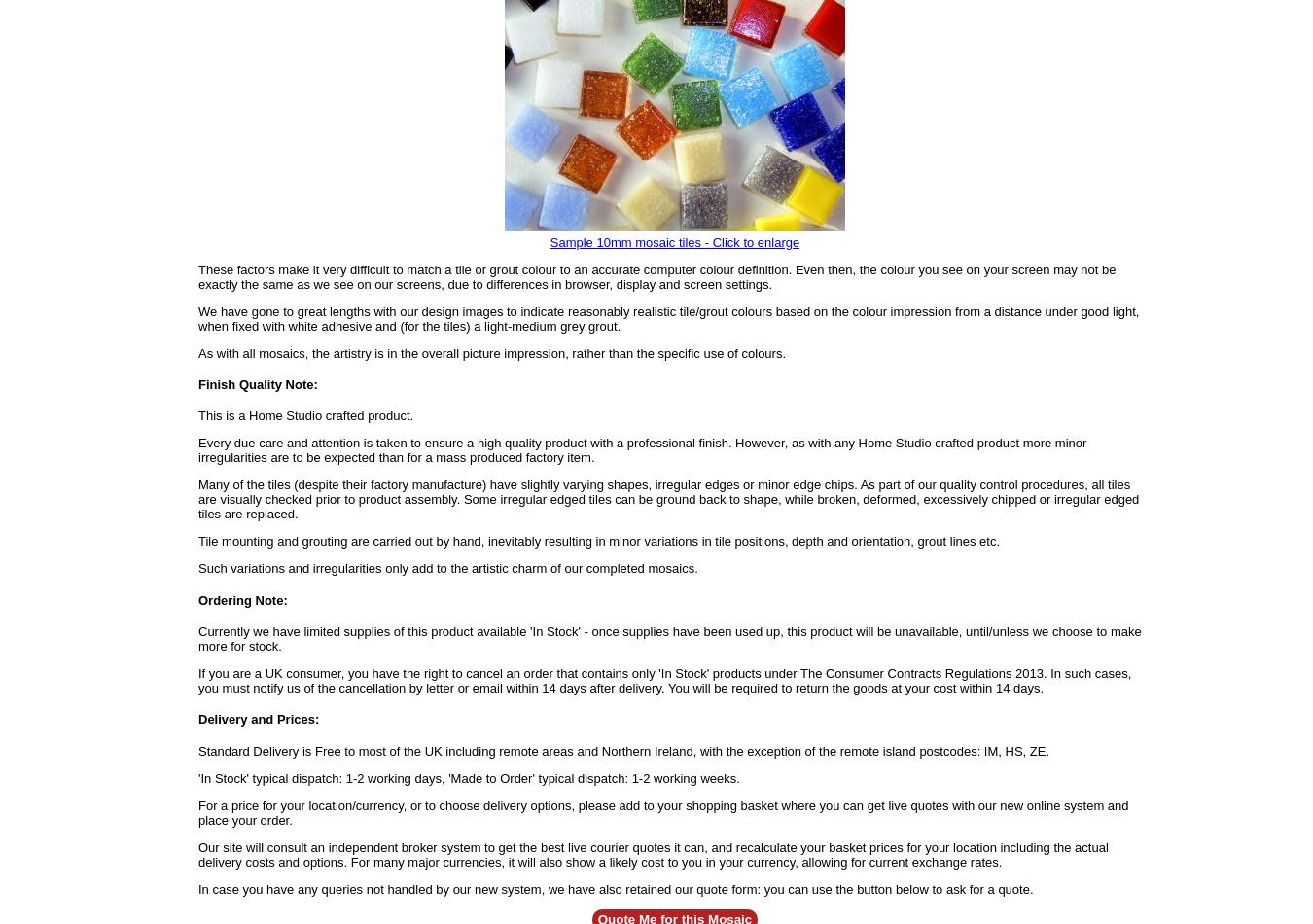  I want to click on 'In case you have any queries not handled by our new system, we have also retained our quote form: you can use the button below to ask for a quote.', so click(616, 887).